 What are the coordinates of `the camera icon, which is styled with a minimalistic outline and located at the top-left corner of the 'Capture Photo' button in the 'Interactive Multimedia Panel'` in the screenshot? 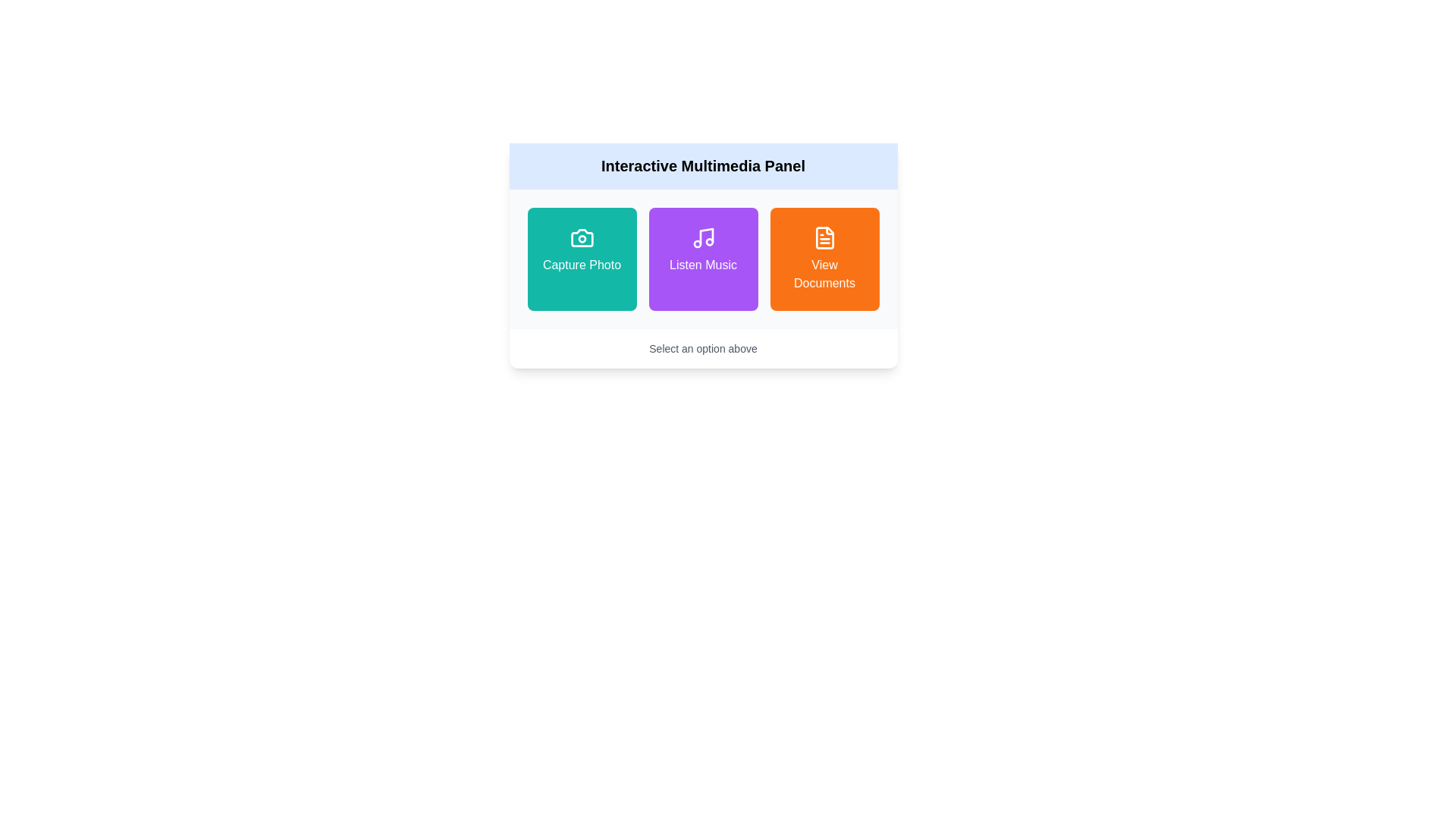 It's located at (581, 237).